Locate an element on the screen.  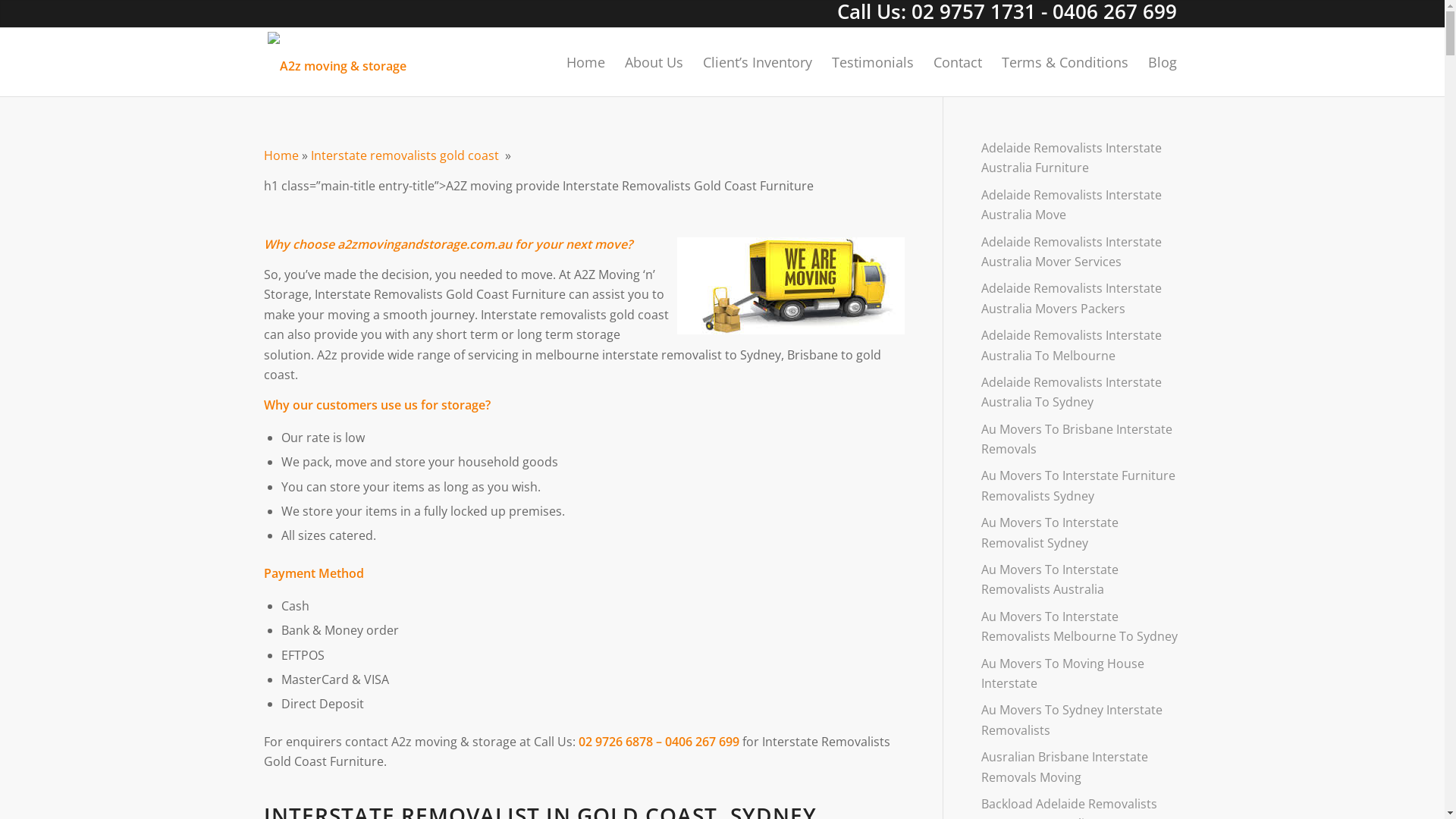
'About Us' is located at coordinates (654, 61).